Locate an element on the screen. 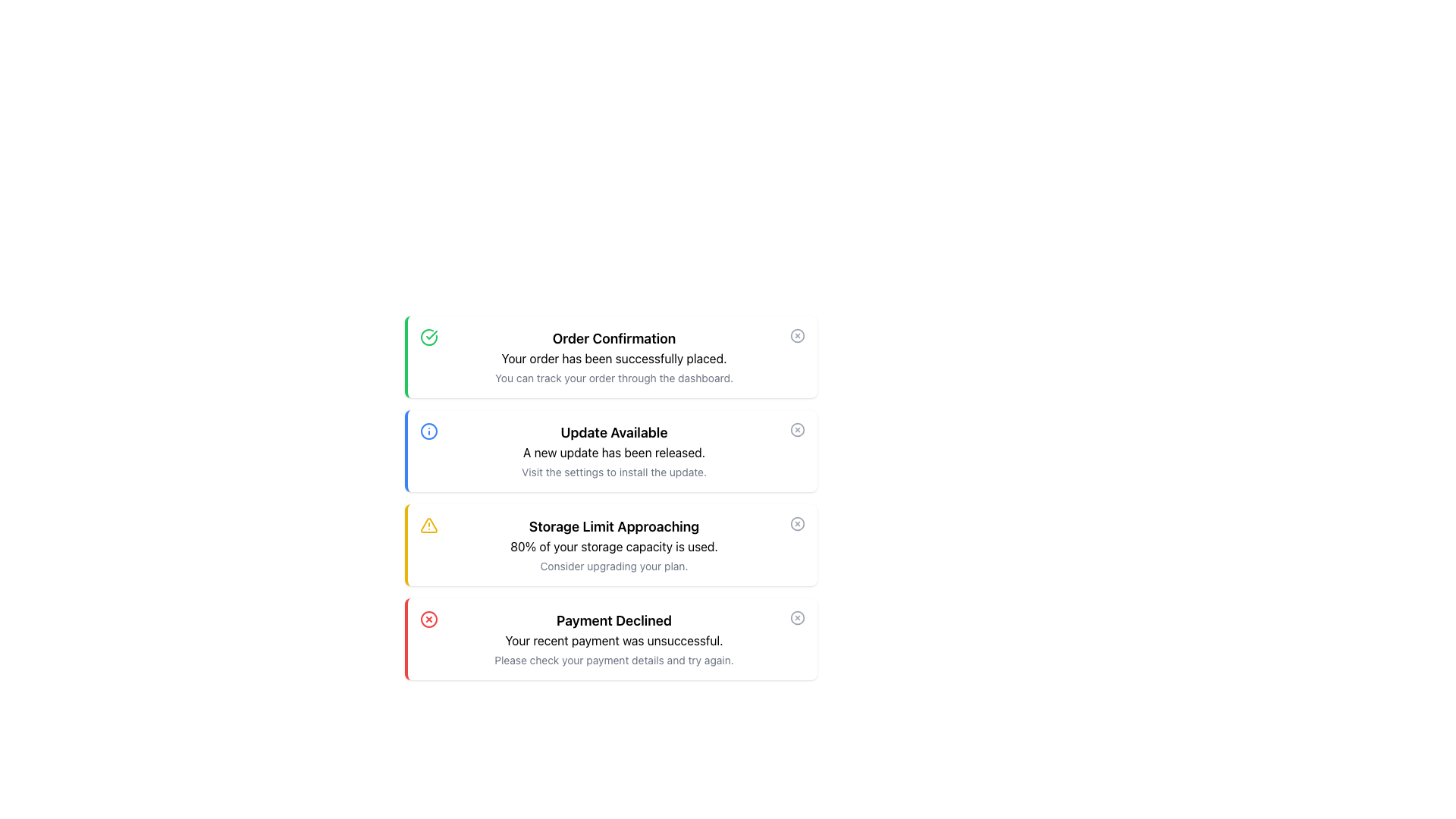 The image size is (1456, 819). the bold text label reading 'Storage Limit Approaching' in the warning notification card, which is the first line of text in the third notification card is located at coordinates (614, 526).